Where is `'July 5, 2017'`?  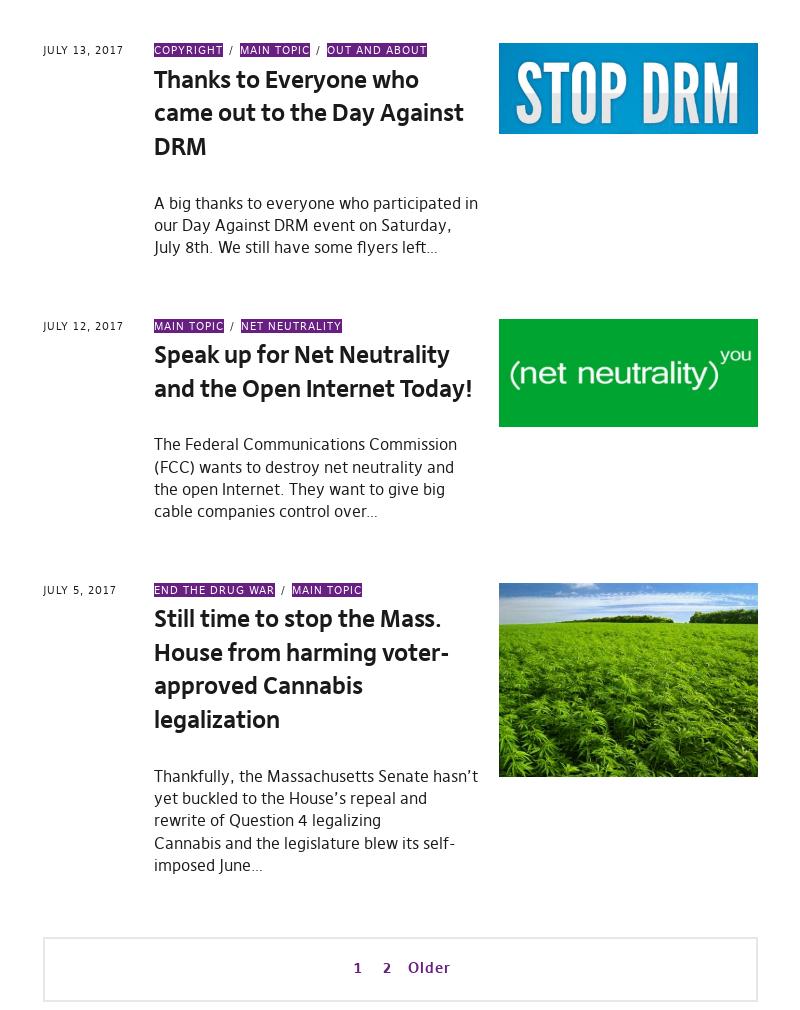
'July 5, 2017' is located at coordinates (78, 588).